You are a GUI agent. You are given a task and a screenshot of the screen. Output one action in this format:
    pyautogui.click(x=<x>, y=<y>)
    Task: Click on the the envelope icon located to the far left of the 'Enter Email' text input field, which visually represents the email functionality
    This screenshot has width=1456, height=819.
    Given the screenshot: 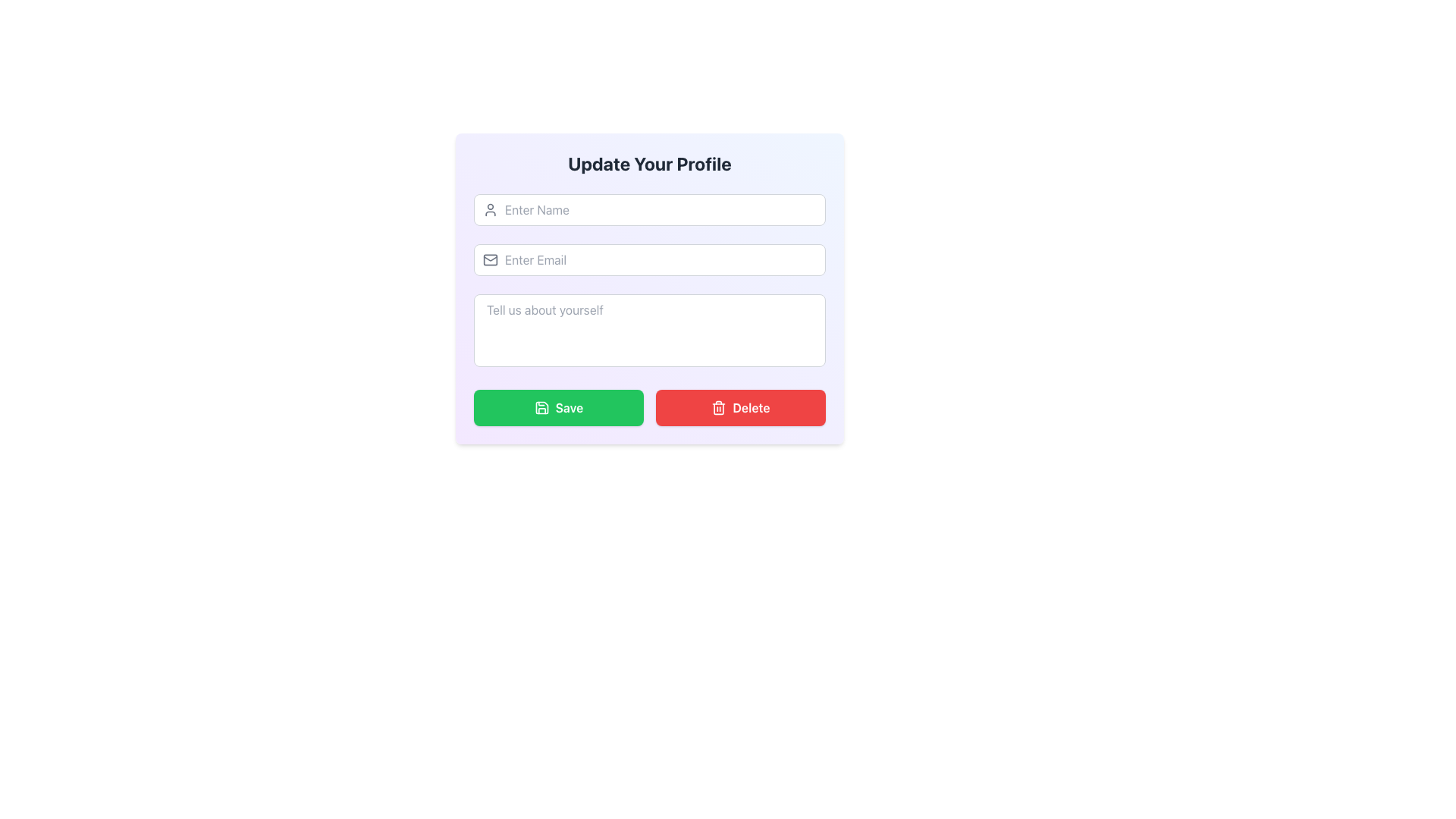 What is the action you would take?
    pyautogui.click(x=491, y=259)
    